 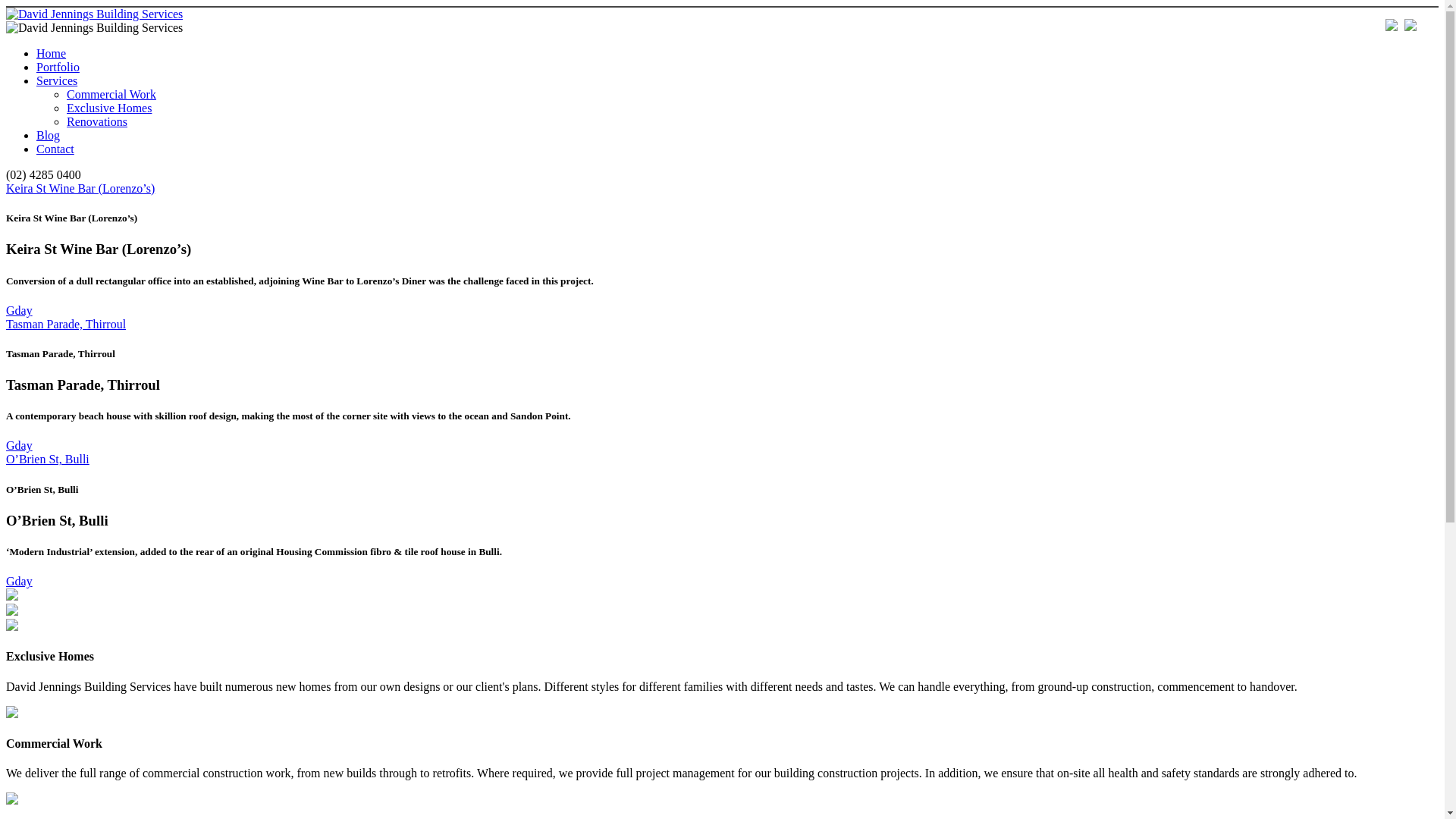 What do you see at coordinates (51, 52) in the screenshot?
I see `'Home'` at bounding box center [51, 52].